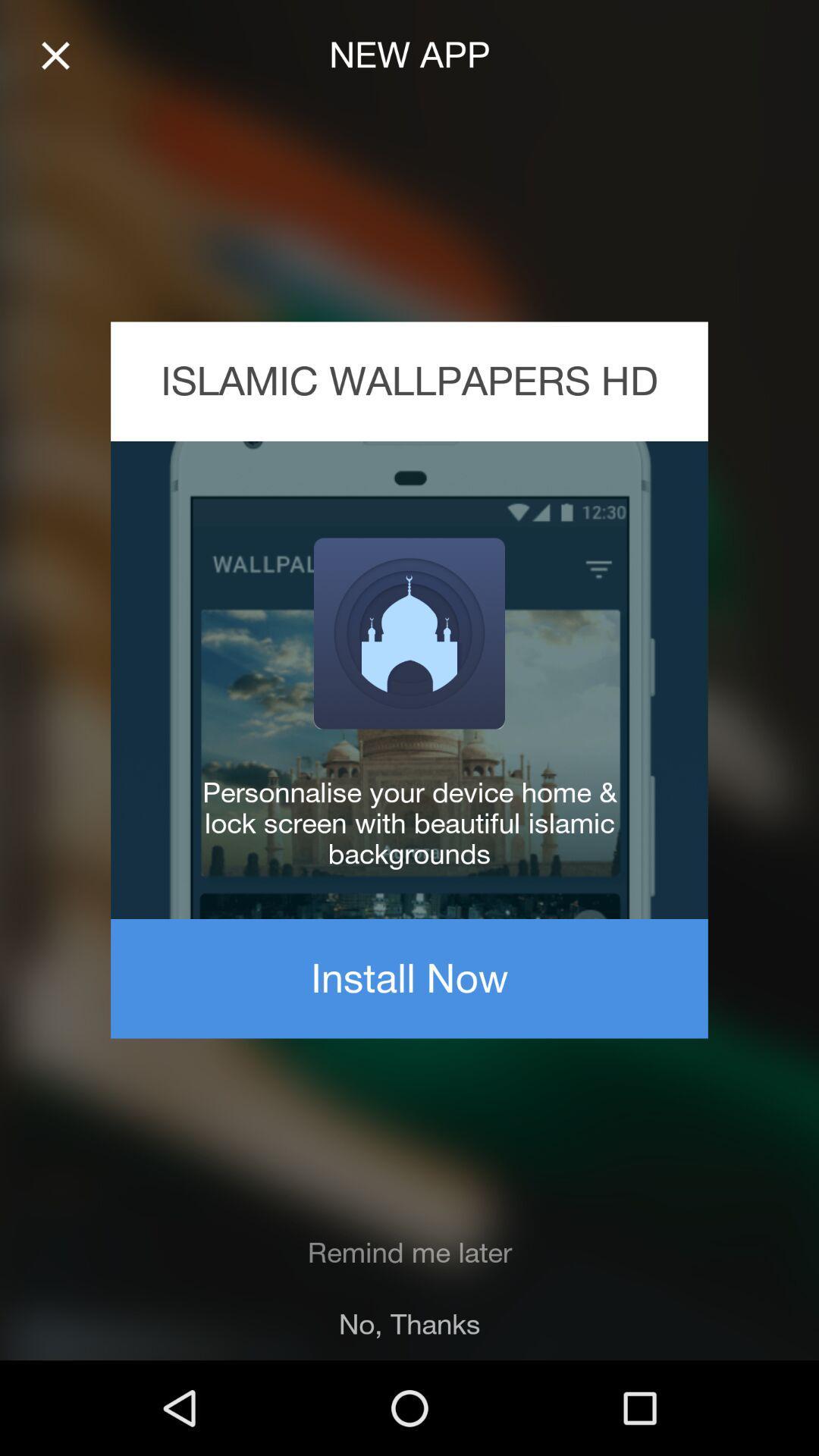 The width and height of the screenshot is (819, 1456). What do you see at coordinates (55, 55) in the screenshot?
I see `icon above the islamic wallpapers hd icon` at bounding box center [55, 55].